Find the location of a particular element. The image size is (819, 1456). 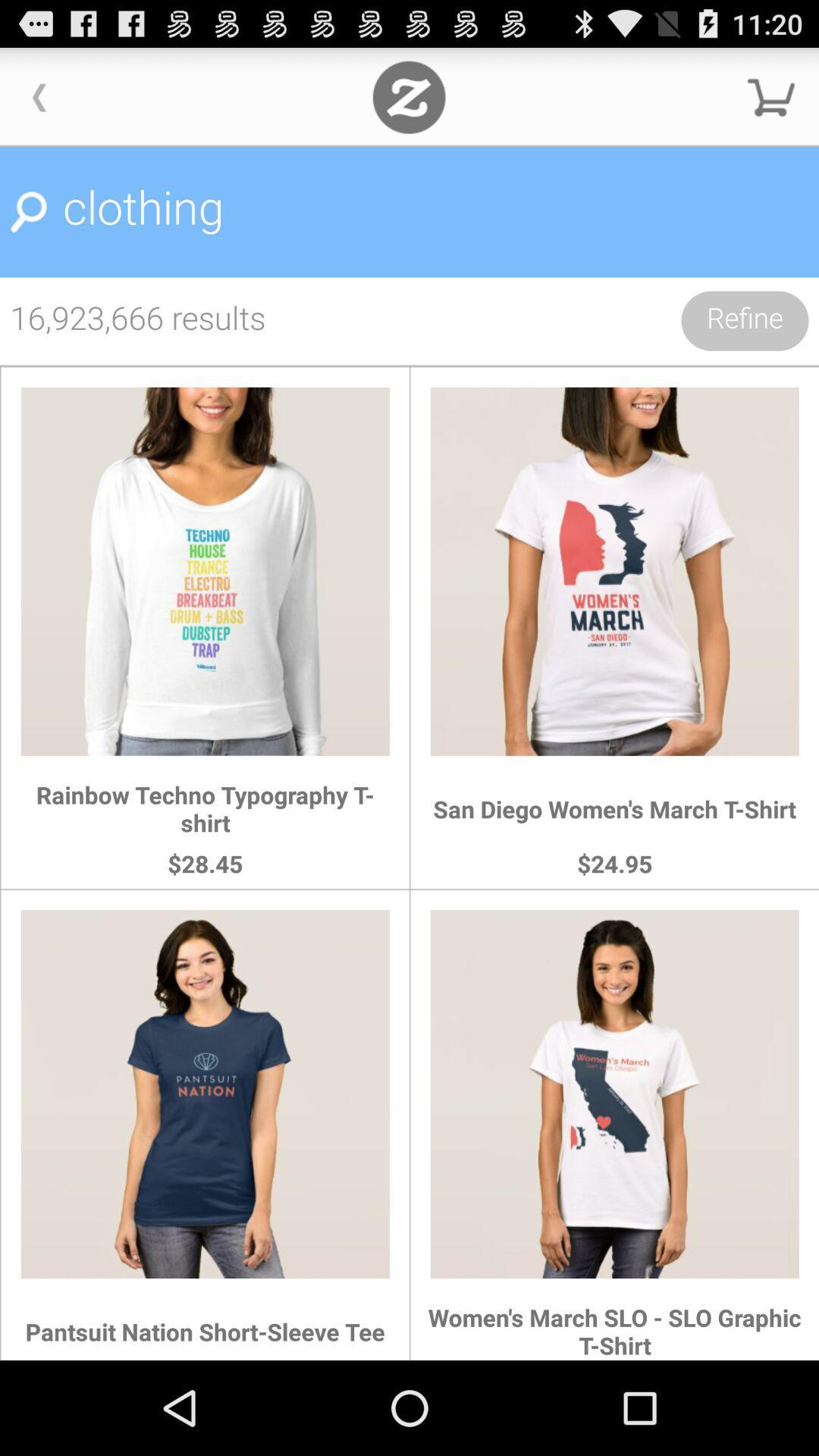

item to the right of 16 923 666 is located at coordinates (744, 320).